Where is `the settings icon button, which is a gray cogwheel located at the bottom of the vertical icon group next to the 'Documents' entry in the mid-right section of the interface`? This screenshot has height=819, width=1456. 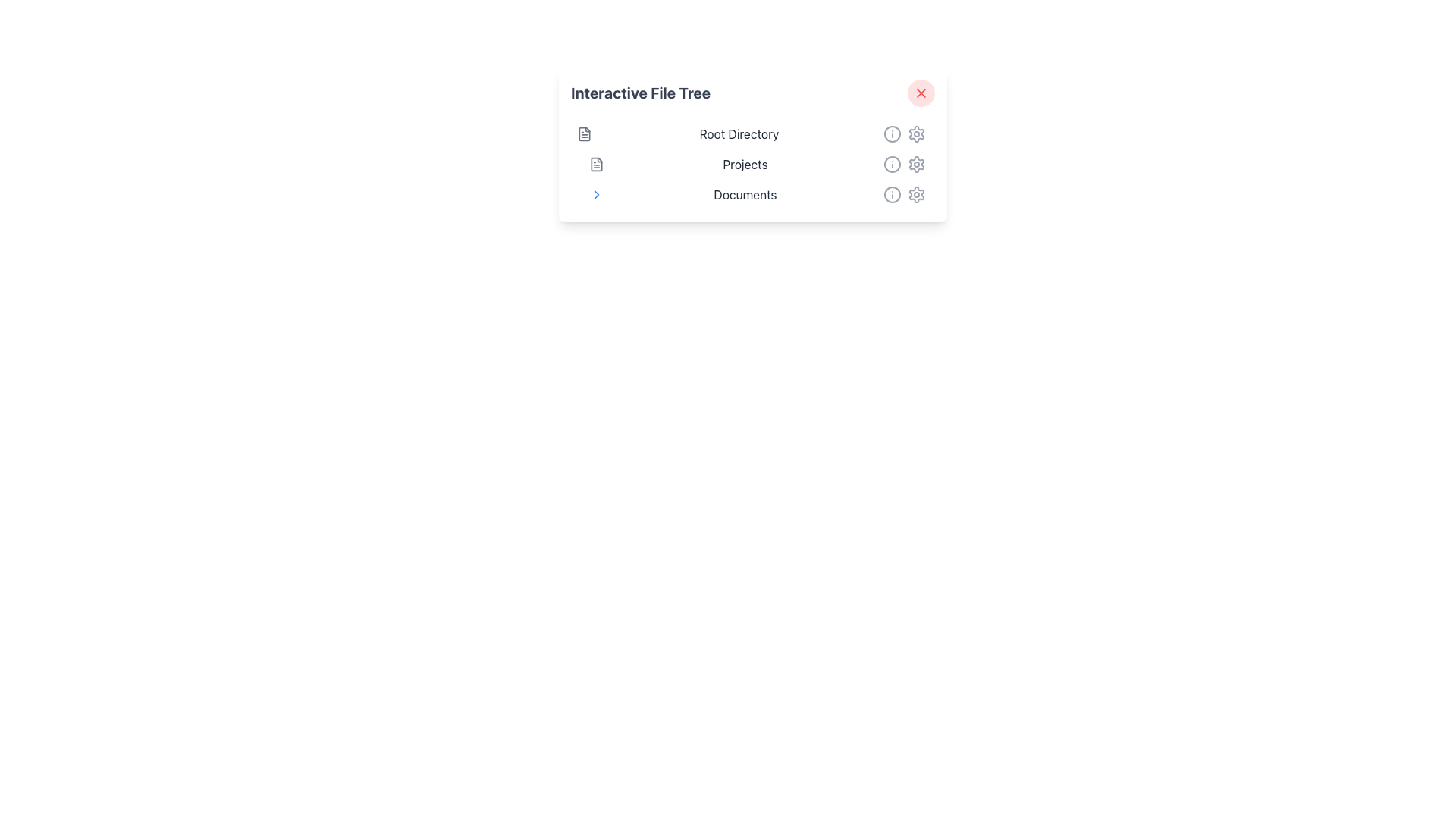
the settings icon button, which is a gray cogwheel located at the bottom of the vertical icon group next to the 'Documents' entry in the mid-right section of the interface is located at coordinates (916, 194).